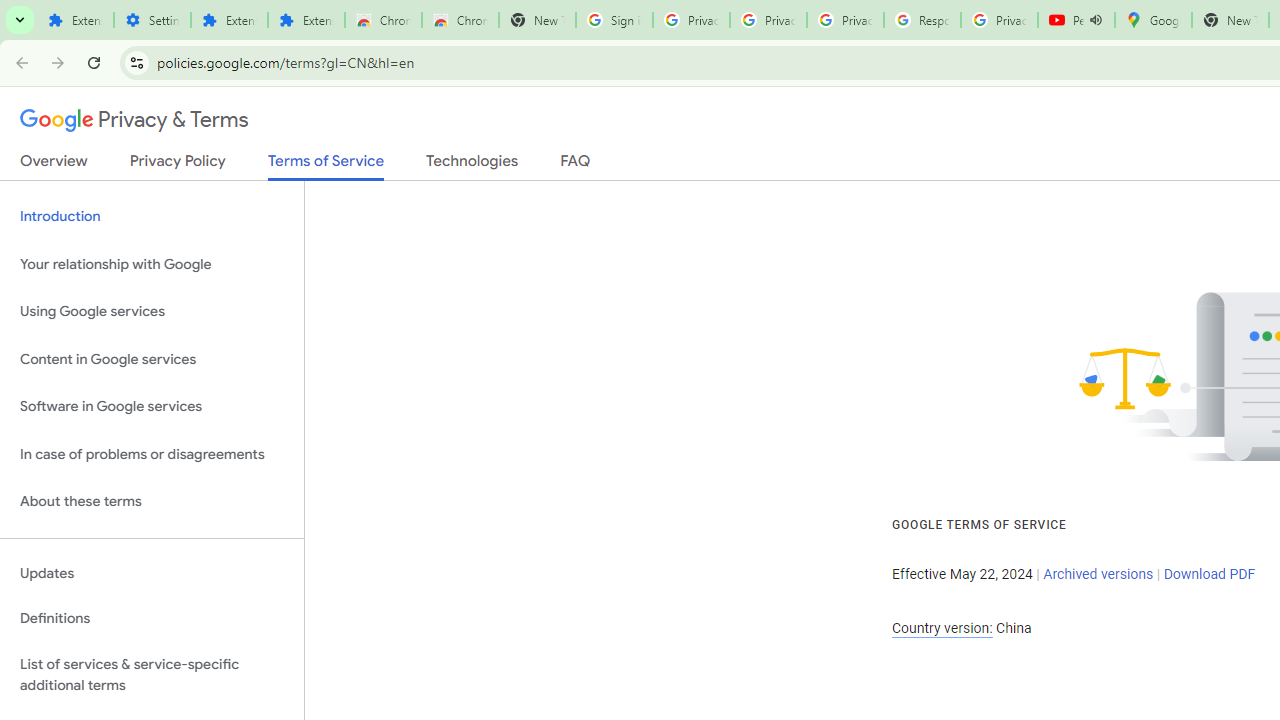  I want to click on 'Your relationship with Google', so click(151, 263).